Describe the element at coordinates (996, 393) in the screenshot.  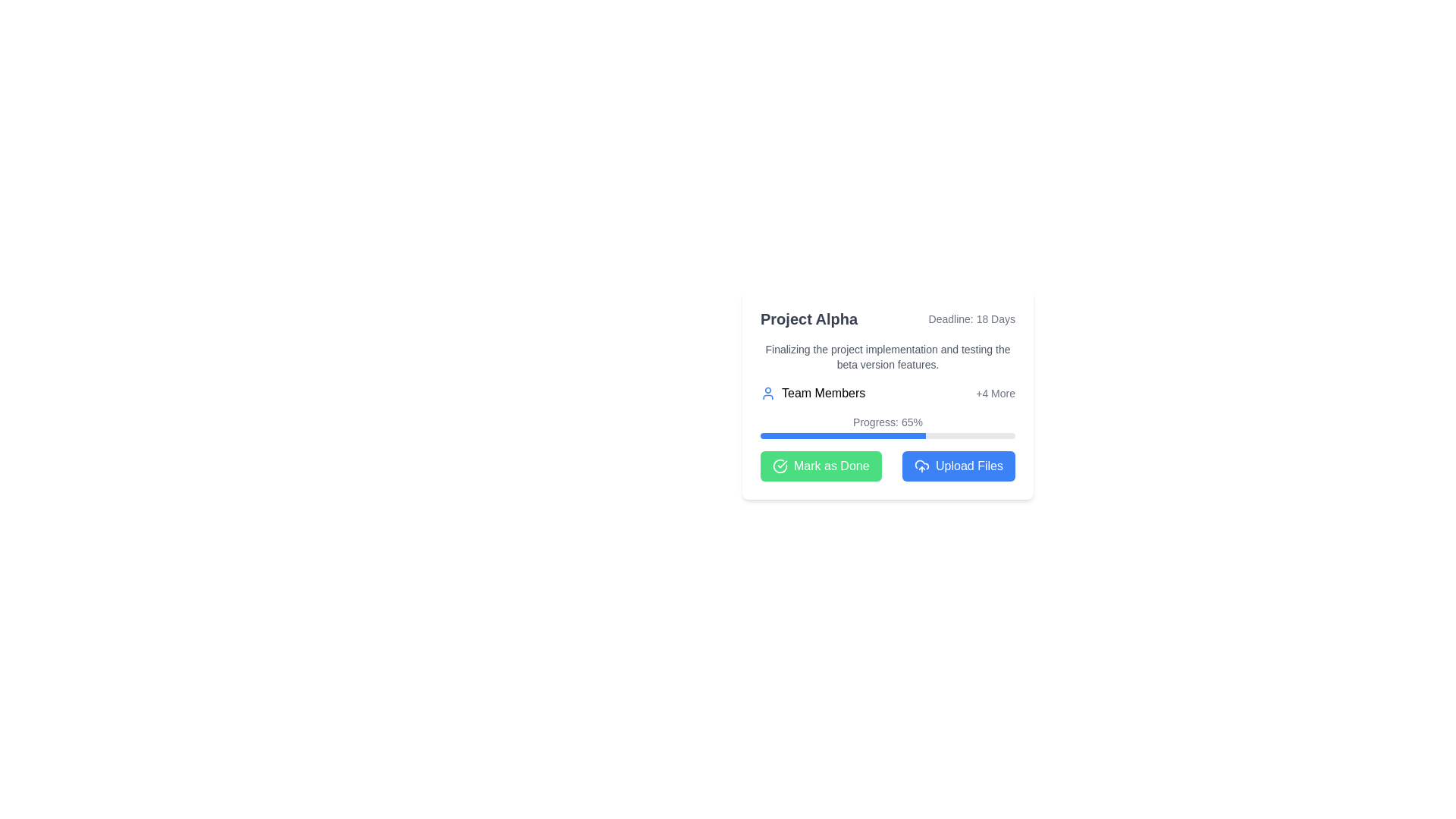
I see `the Text Label in the 'Team Members' section that indicates additional team members exist beyond those displayed, located to the right side near the team members icon and text` at that location.